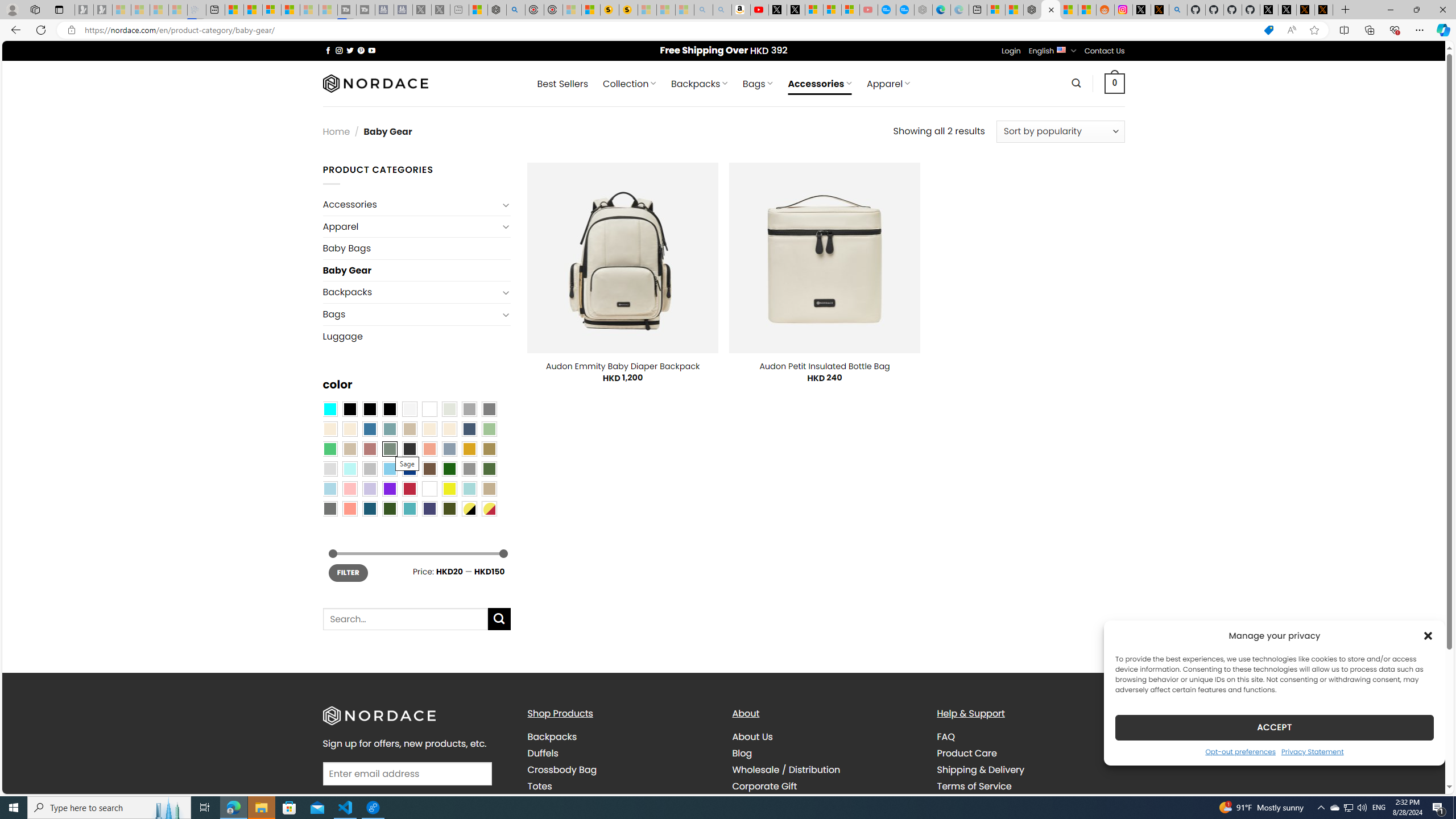 The height and width of the screenshot is (819, 1456). Describe the element at coordinates (561, 770) in the screenshot. I see `'Crossbody Bag'` at that location.